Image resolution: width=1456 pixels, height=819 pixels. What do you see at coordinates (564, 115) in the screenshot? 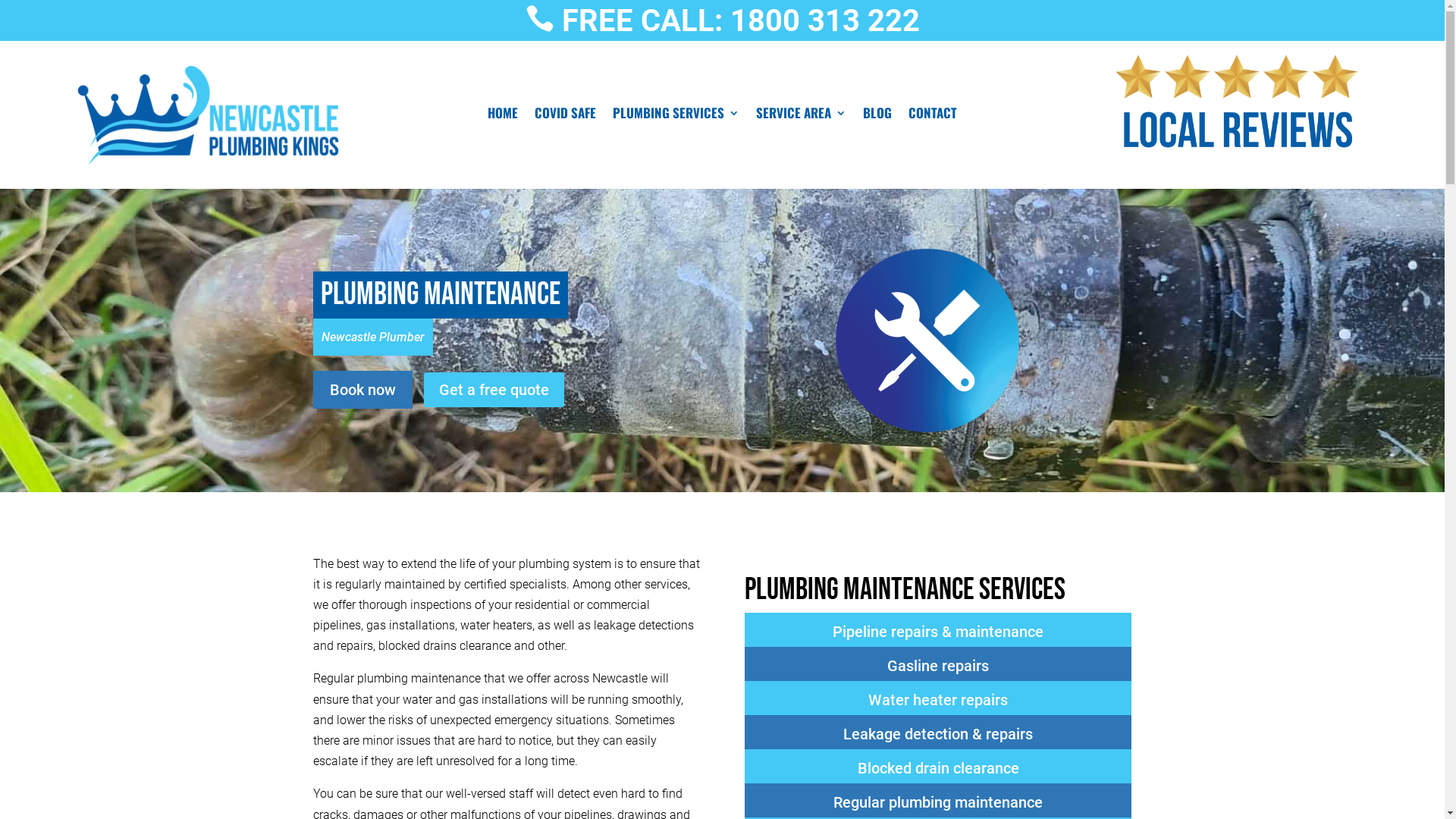
I see `'COVID SAFE'` at bounding box center [564, 115].